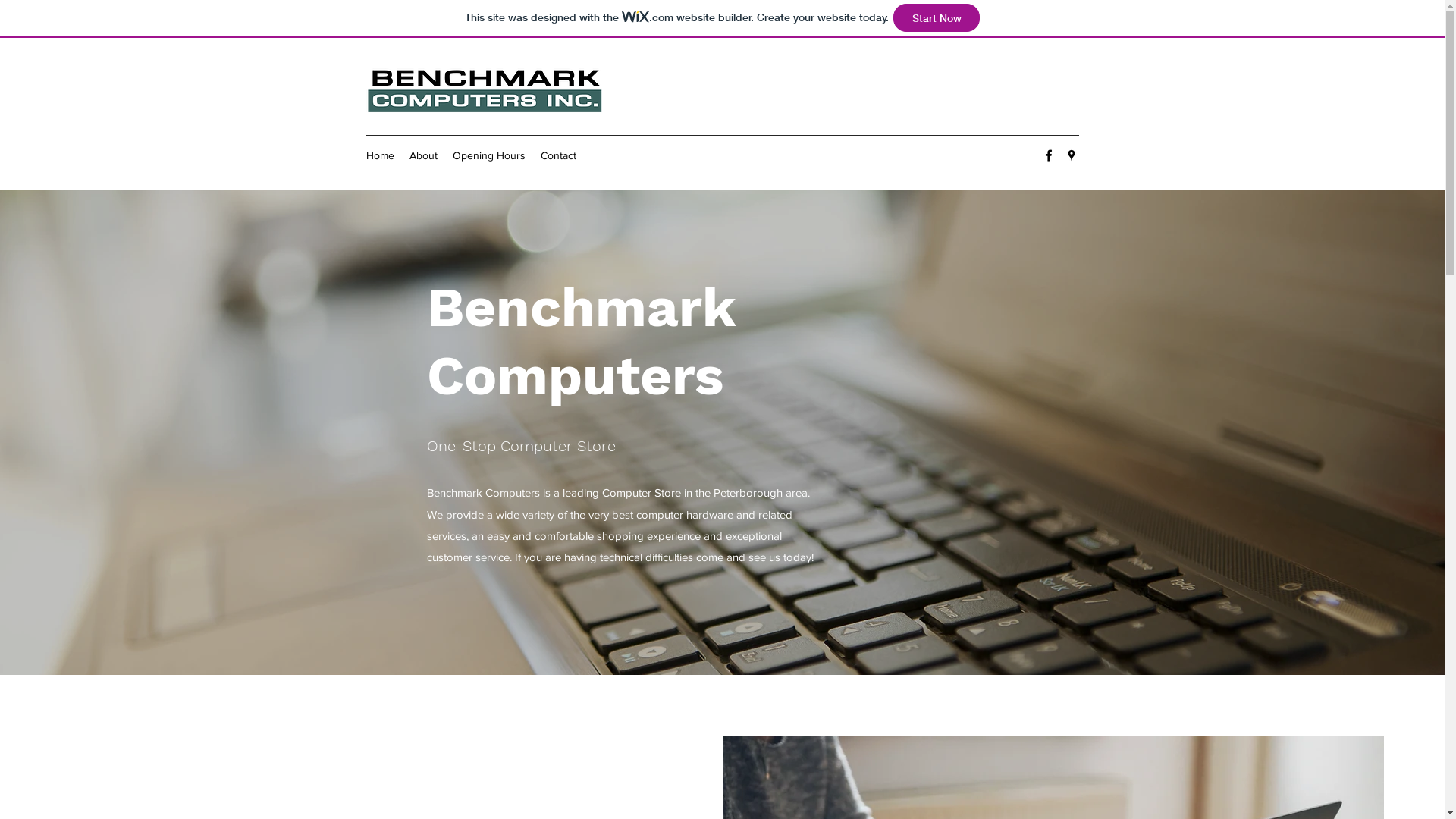  I want to click on 'Home', so click(379, 155).